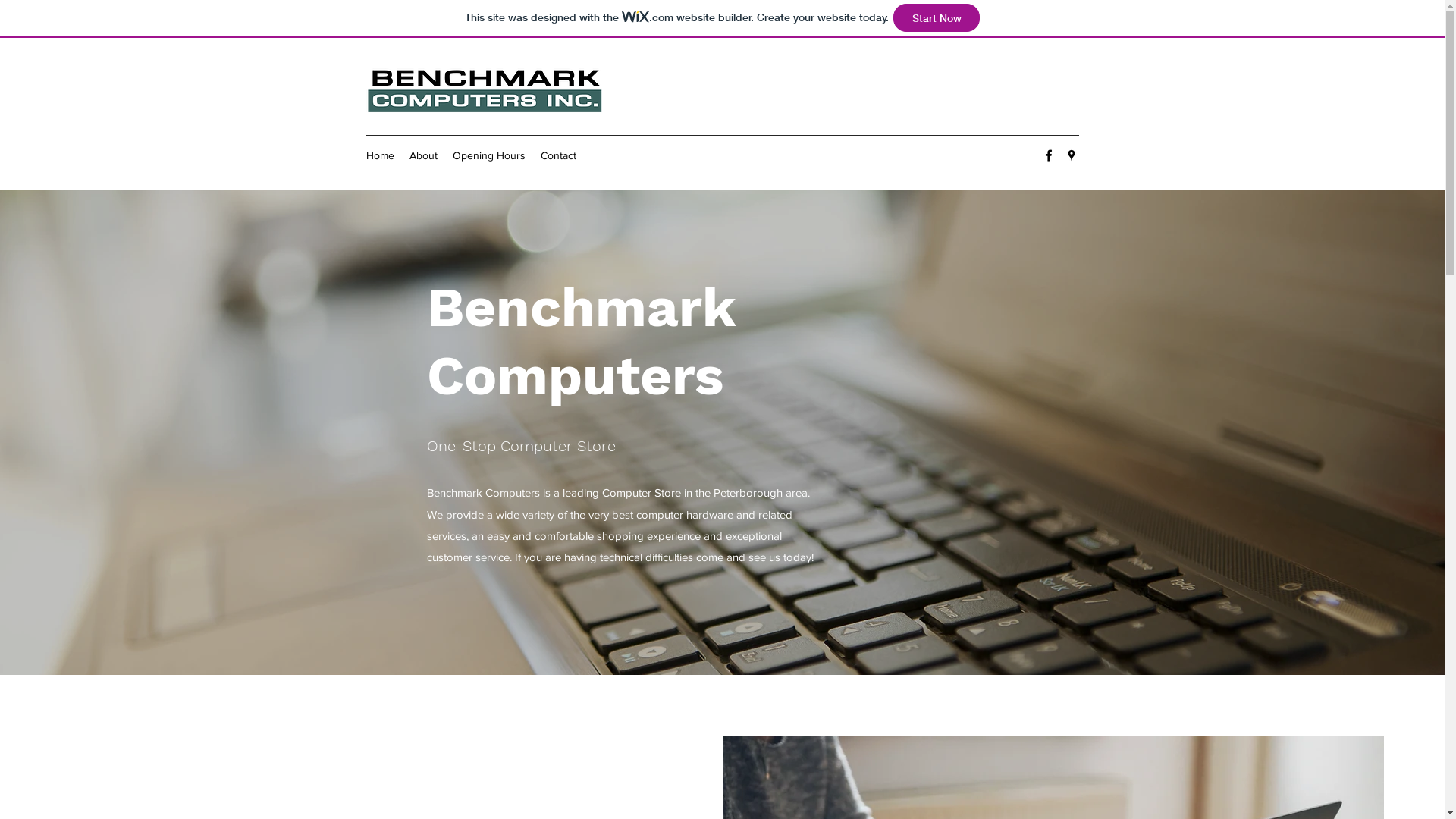  I want to click on 'Home', so click(379, 155).